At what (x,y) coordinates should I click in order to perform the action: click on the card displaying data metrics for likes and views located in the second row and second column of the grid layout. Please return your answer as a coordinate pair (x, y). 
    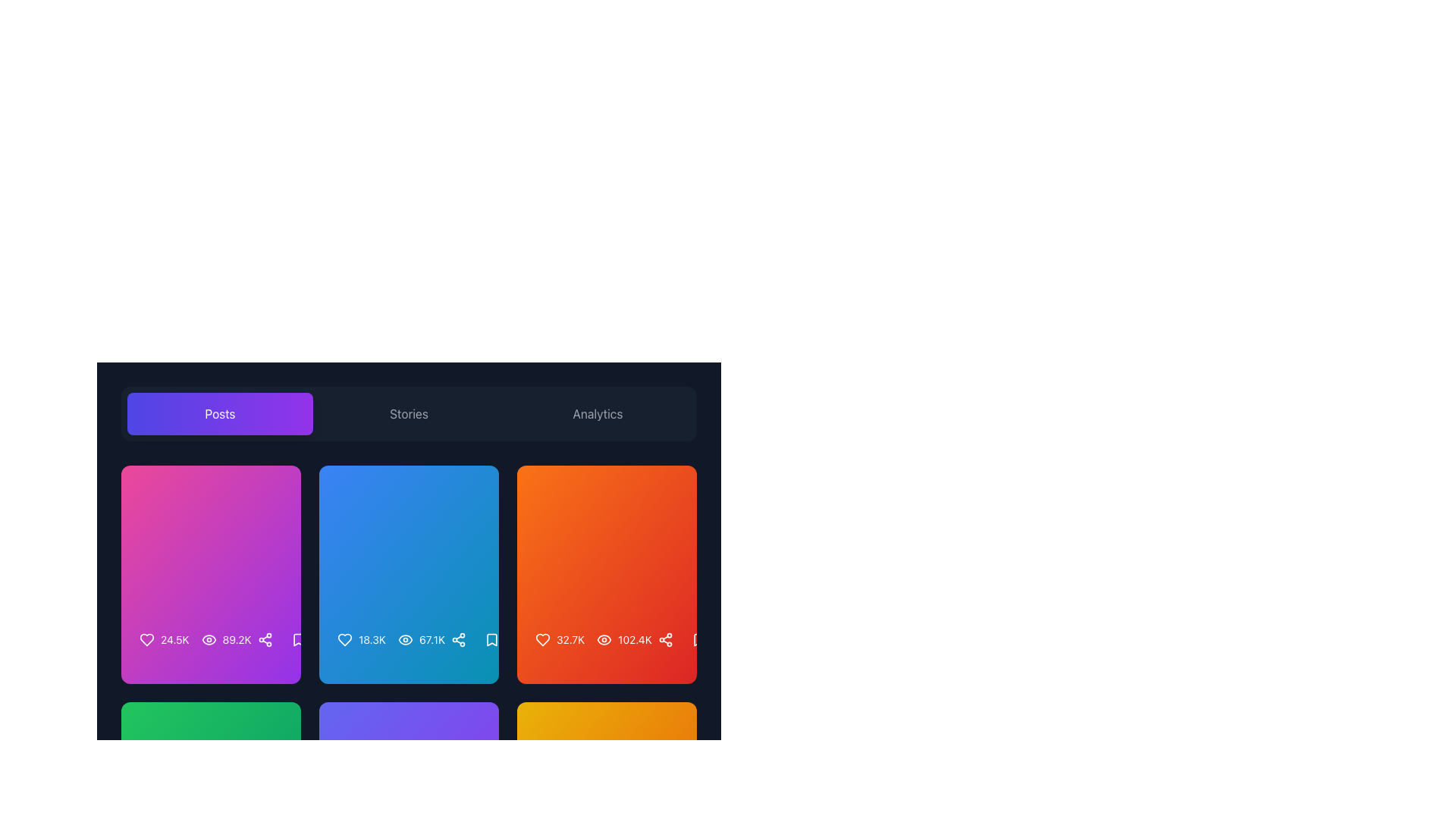
    Looking at the image, I should click on (409, 541).